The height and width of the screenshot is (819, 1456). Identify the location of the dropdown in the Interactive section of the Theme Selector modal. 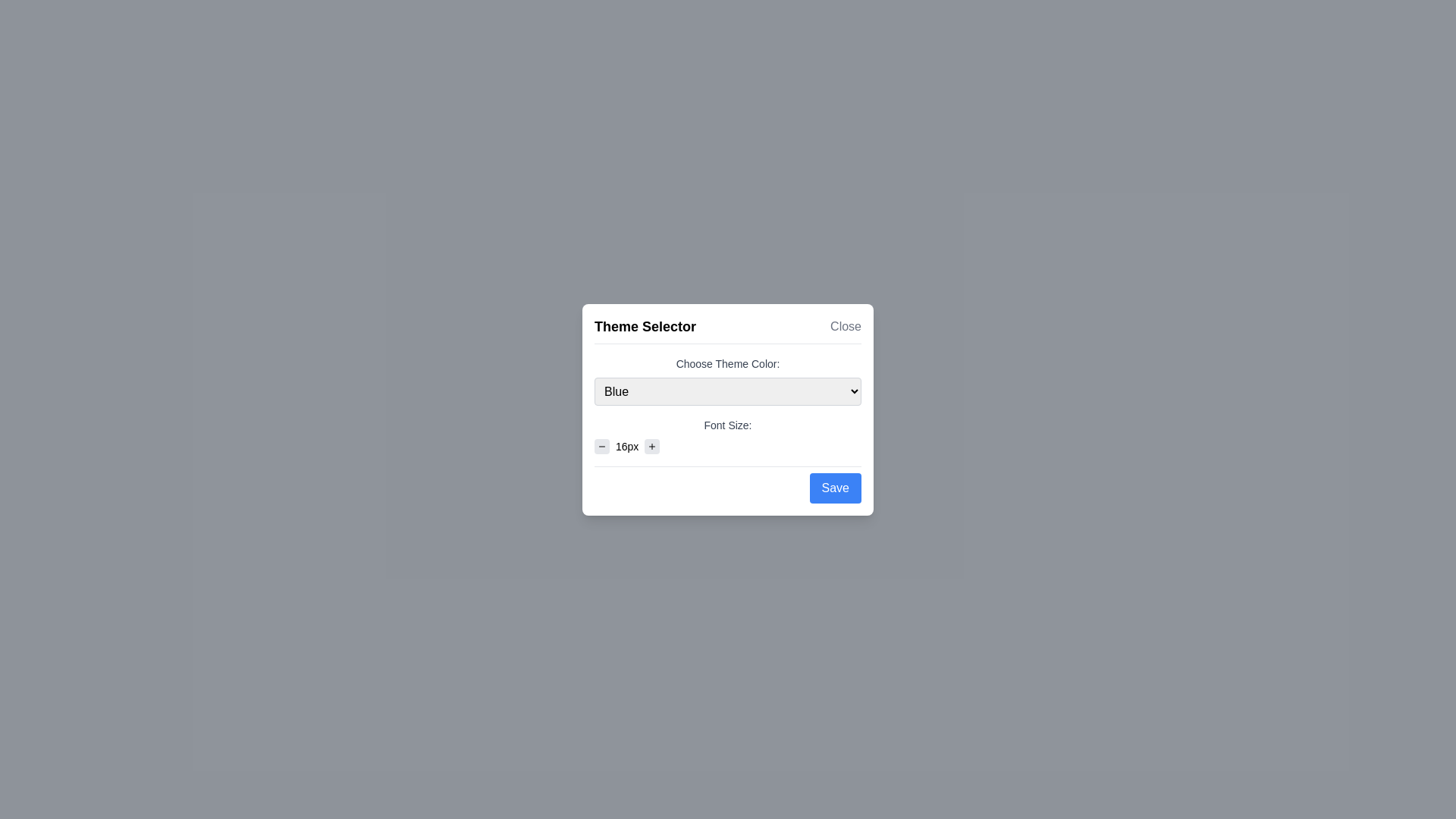
(728, 403).